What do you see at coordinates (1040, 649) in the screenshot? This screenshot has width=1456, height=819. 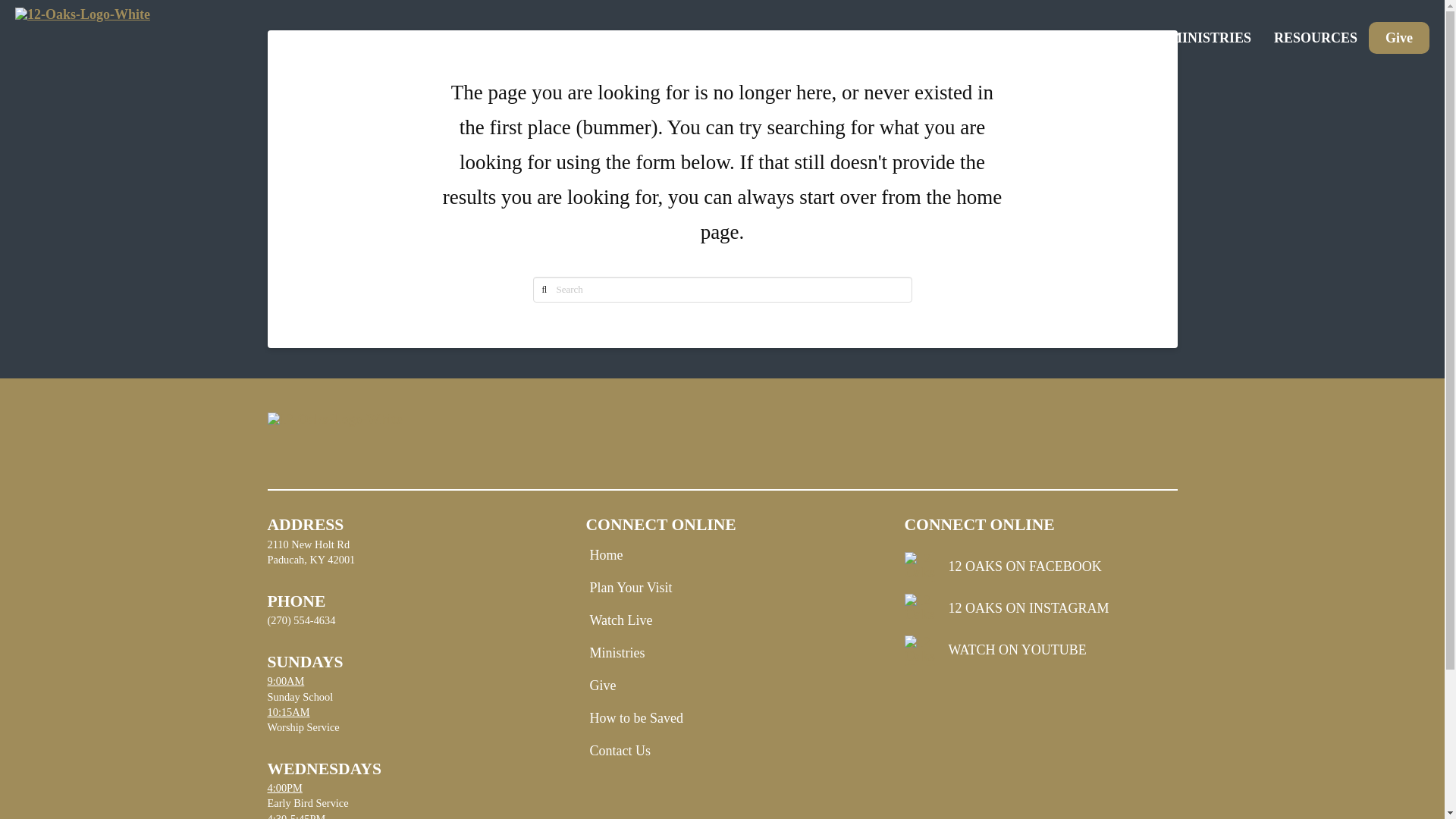 I see `'WATCH ON YOUTUBE'` at bounding box center [1040, 649].